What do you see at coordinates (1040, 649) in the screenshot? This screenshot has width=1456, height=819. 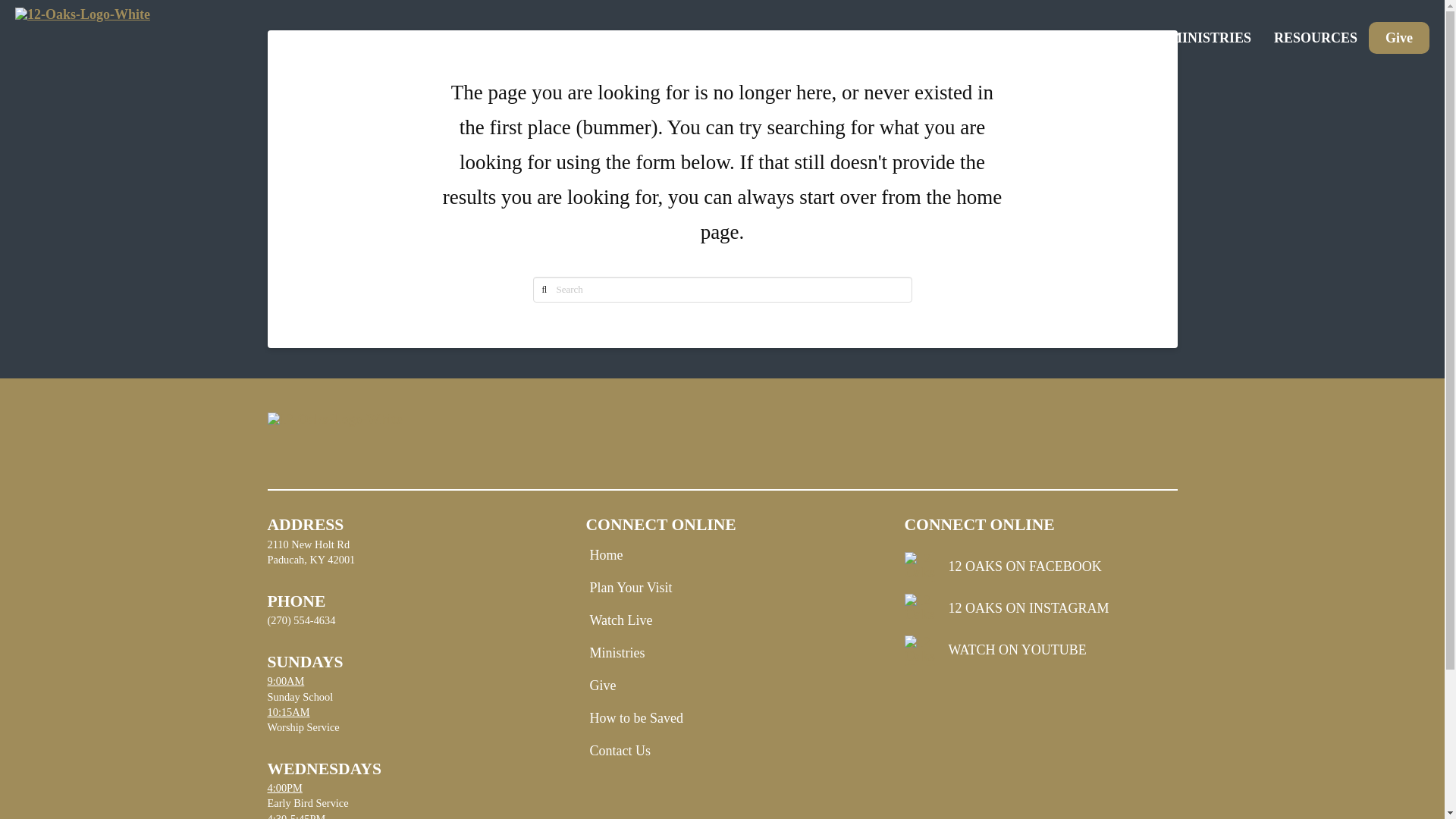 I see `'WATCH ON YOUTUBE'` at bounding box center [1040, 649].